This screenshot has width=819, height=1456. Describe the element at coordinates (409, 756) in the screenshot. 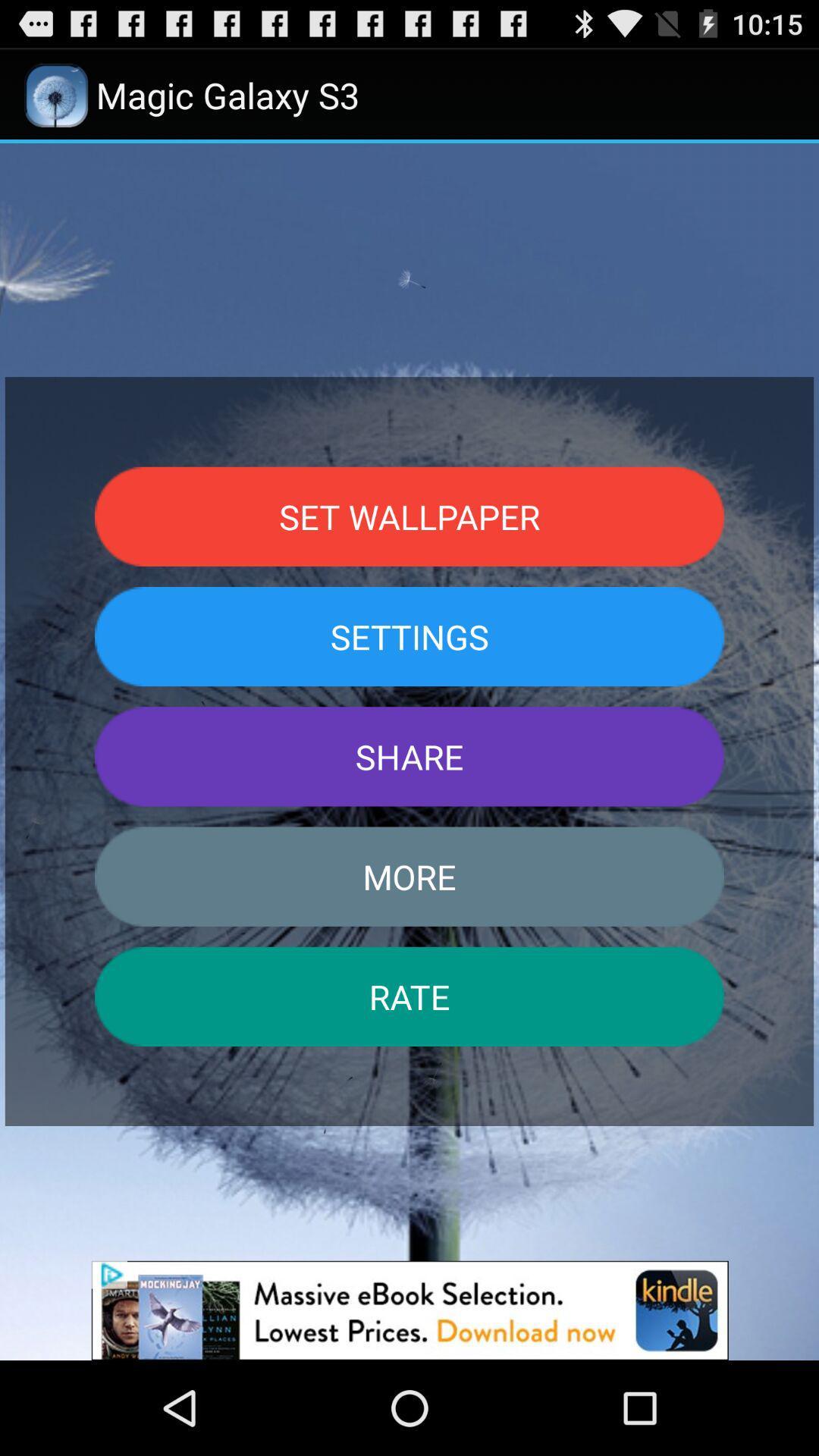

I see `the share button` at that location.